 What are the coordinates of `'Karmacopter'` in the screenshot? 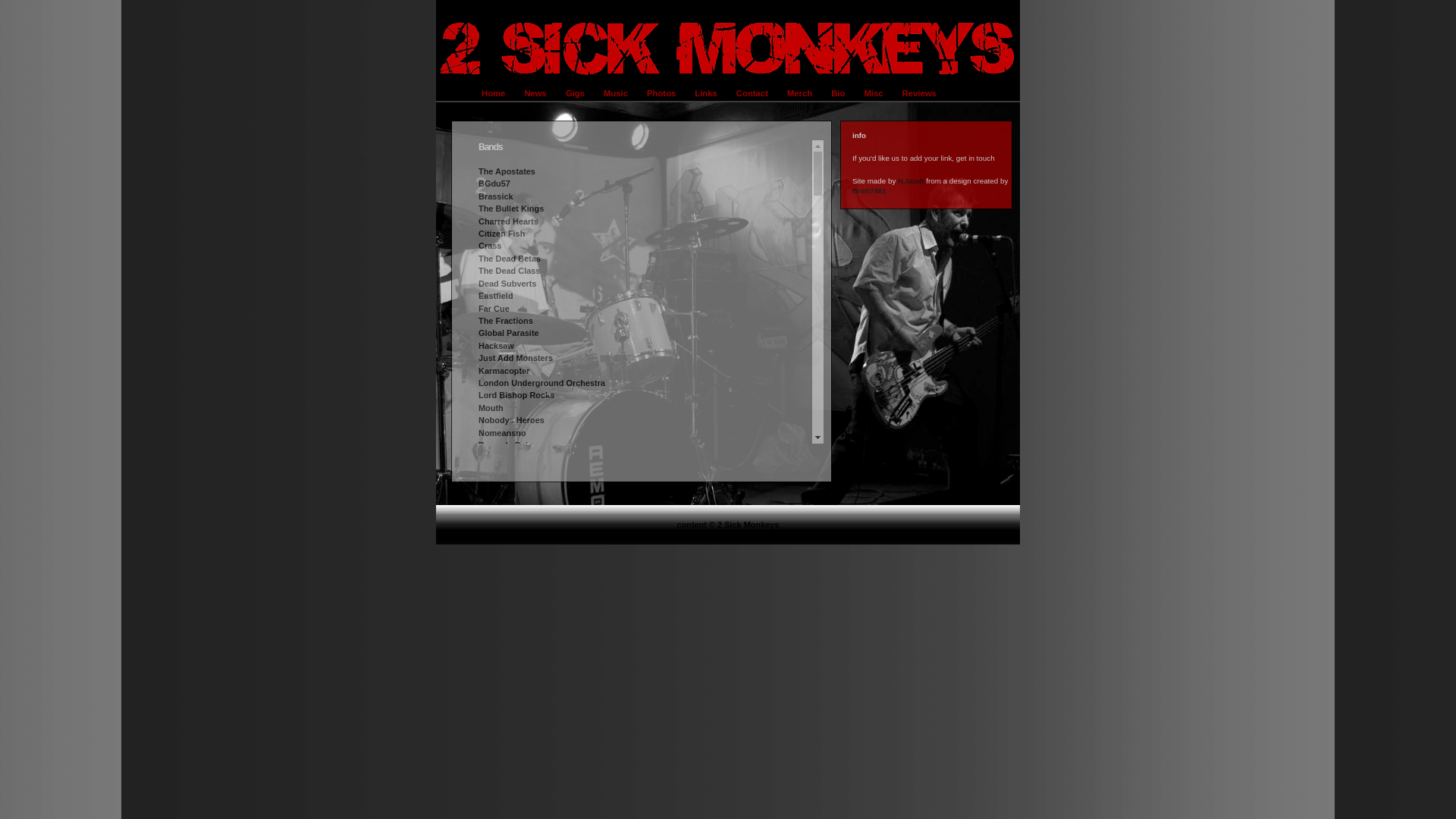 It's located at (504, 371).